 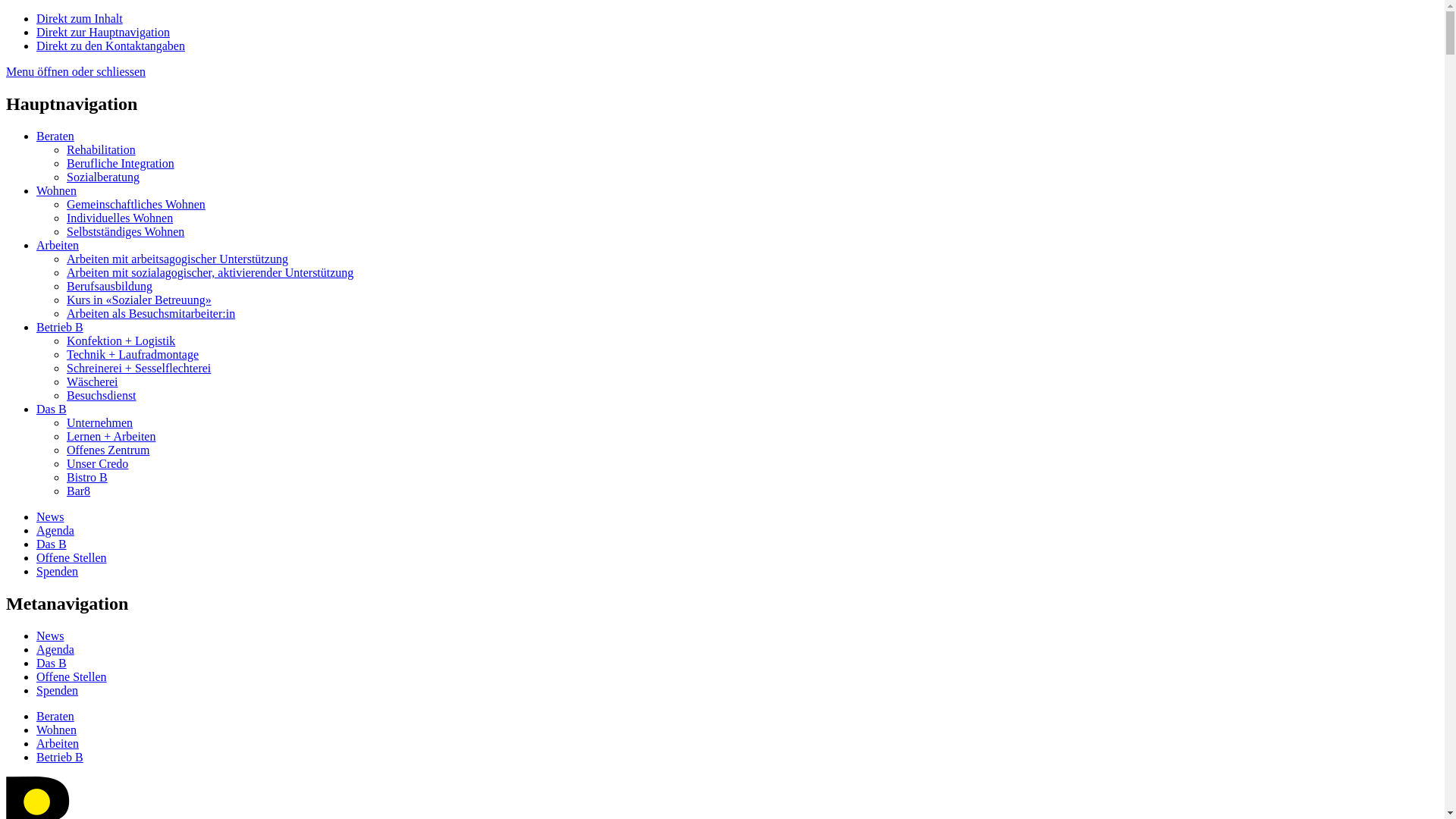 What do you see at coordinates (109, 45) in the screenshot?
I see `'Direkt zu den Kontaktangaben'` at bounding box center [109, 45].